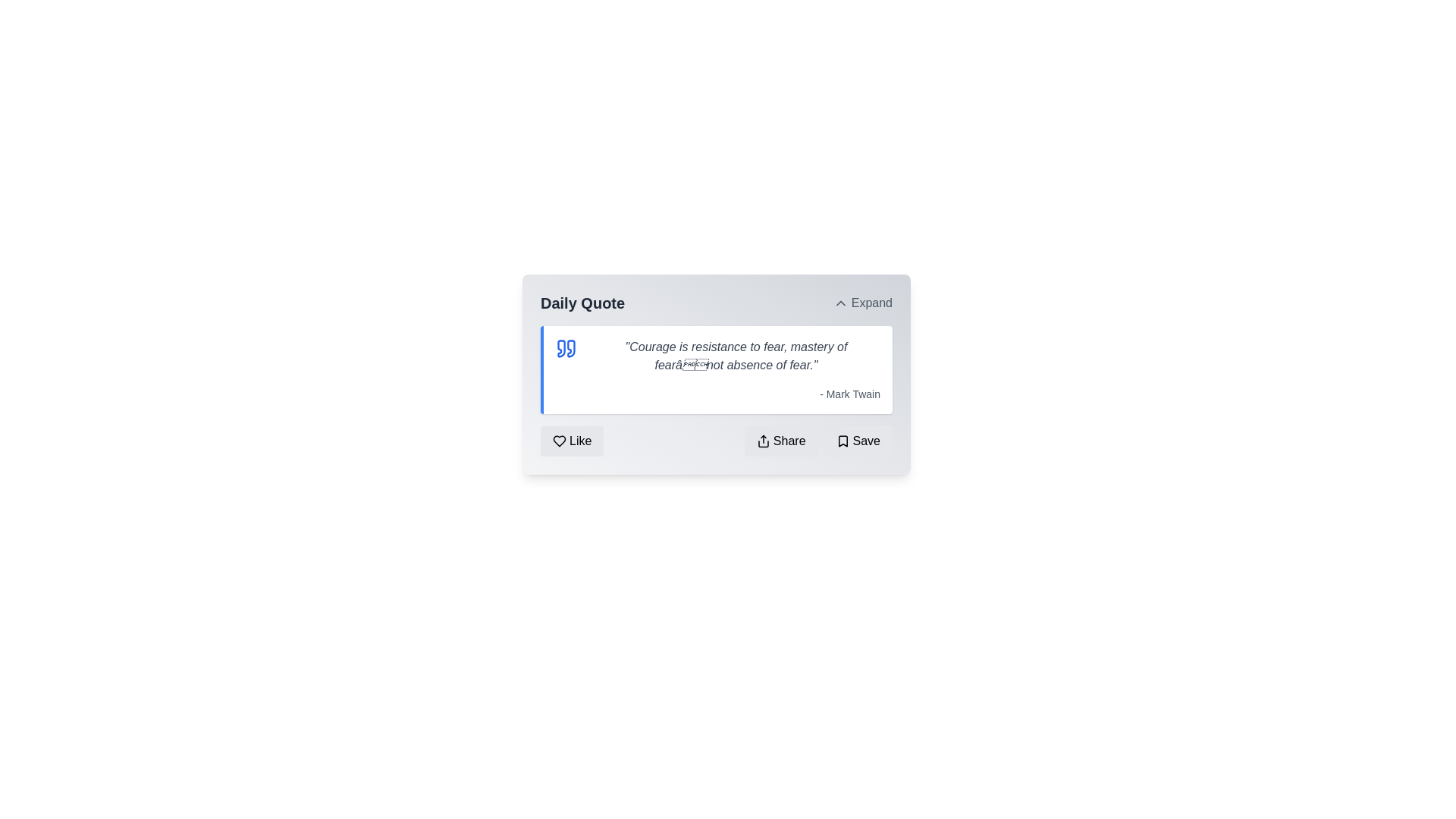 This screenshot has width=1456, height=819. Describe the element at coordinates (839, 303) in the screenshot. I see `the upward-pointing chevron icon located to the left of the 'Expand' label` at that location.